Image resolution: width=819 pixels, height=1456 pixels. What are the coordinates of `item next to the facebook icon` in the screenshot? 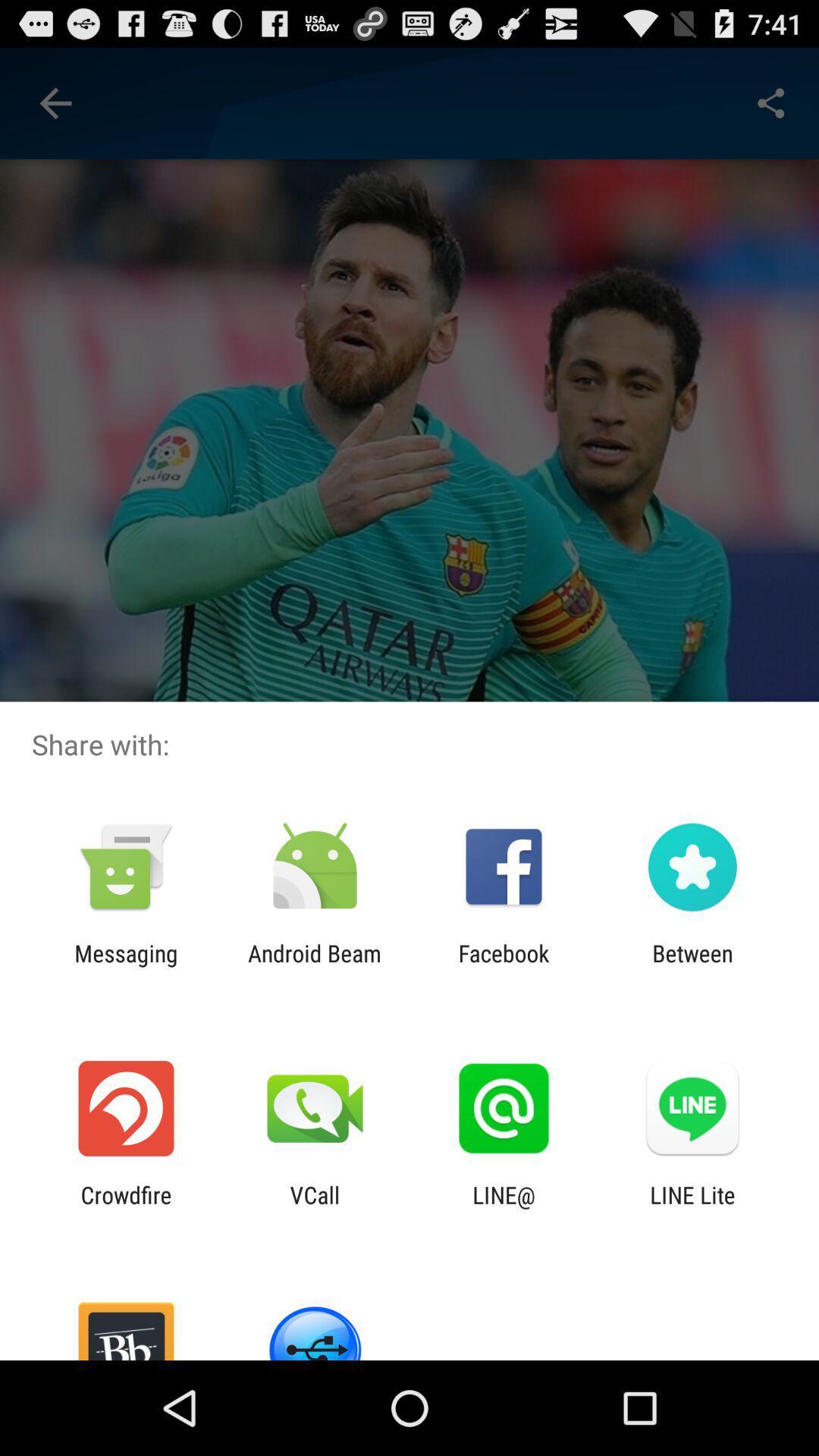 It's located at (692, 966).